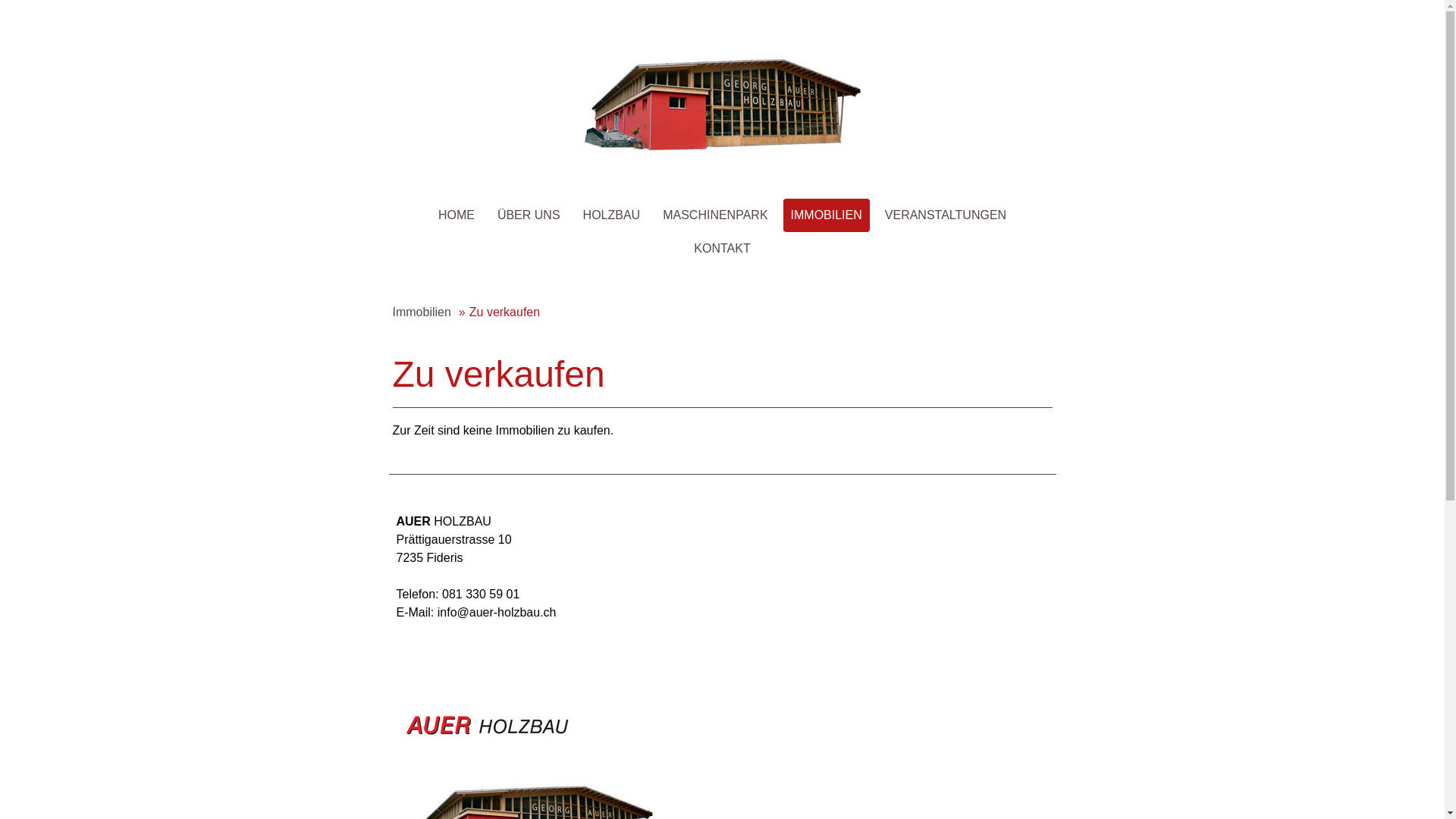  What do you see at coordinates (455, 215) in the screenshot?
I see `'HOME'` at bounding box center [455, 215].